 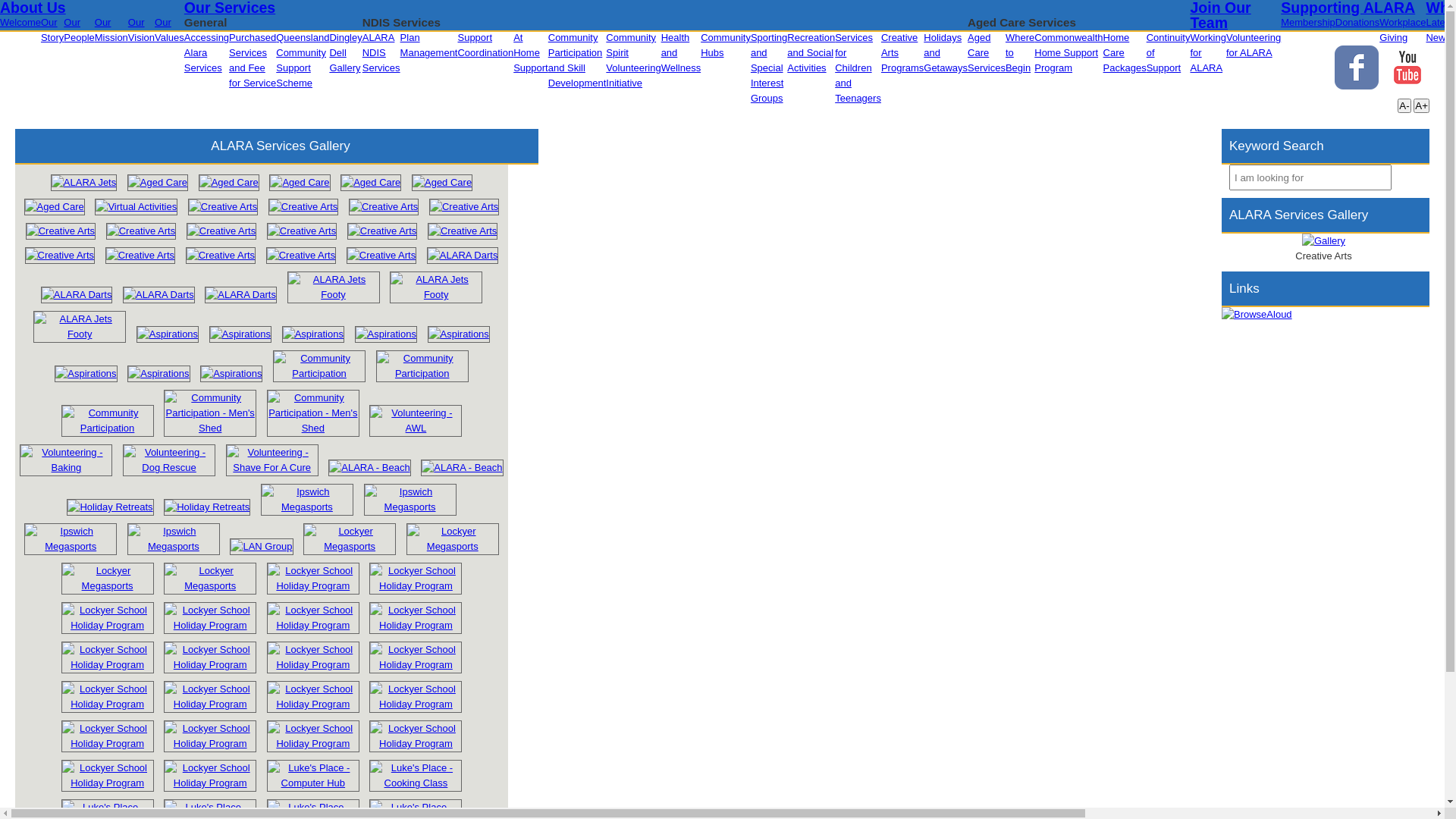 I want to click on 'Skip to content', so click(x=0, y=7).